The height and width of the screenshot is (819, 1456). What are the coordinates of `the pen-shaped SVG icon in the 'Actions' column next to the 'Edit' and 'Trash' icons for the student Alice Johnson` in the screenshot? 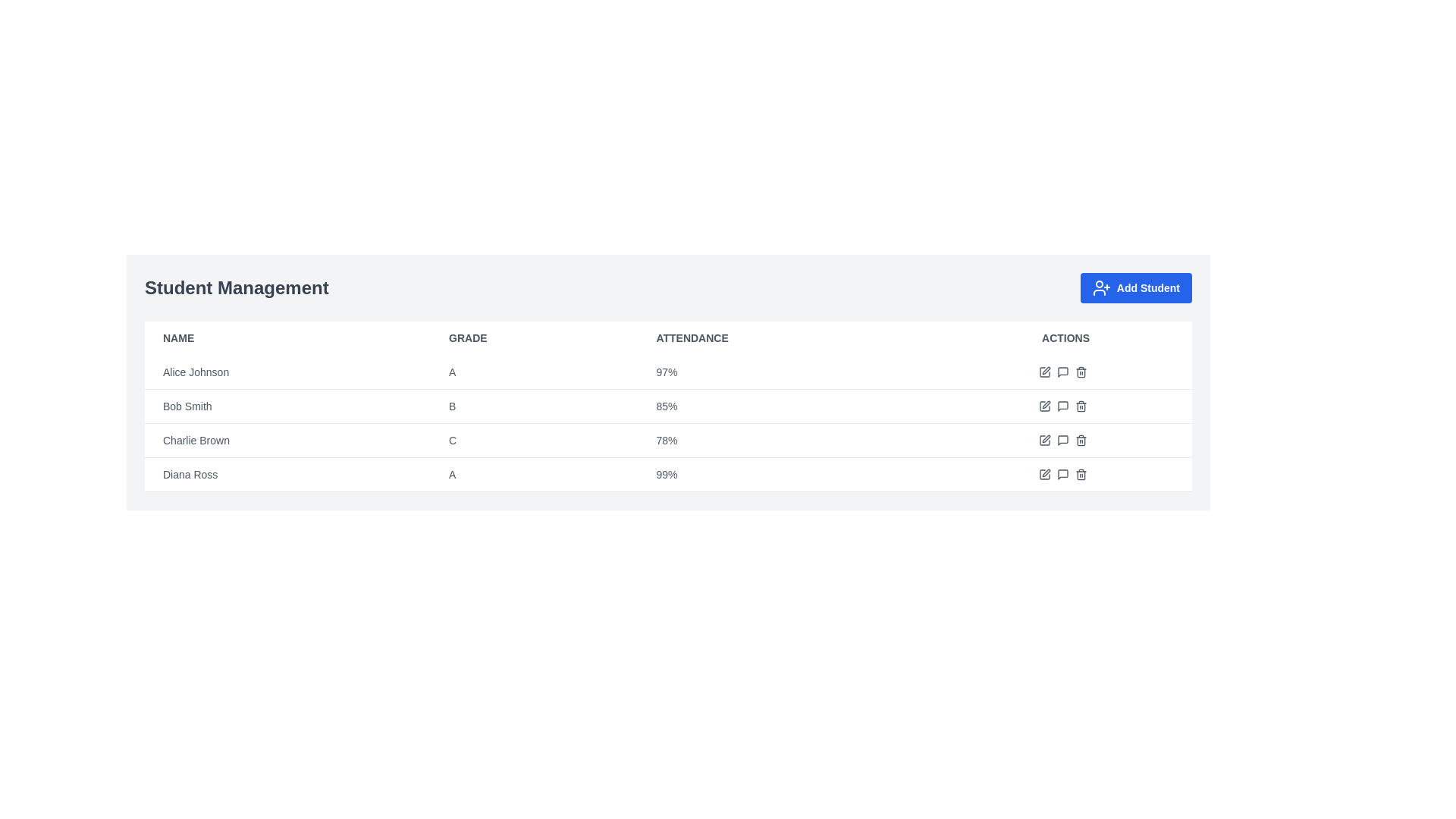 It's located at (1045, 371).